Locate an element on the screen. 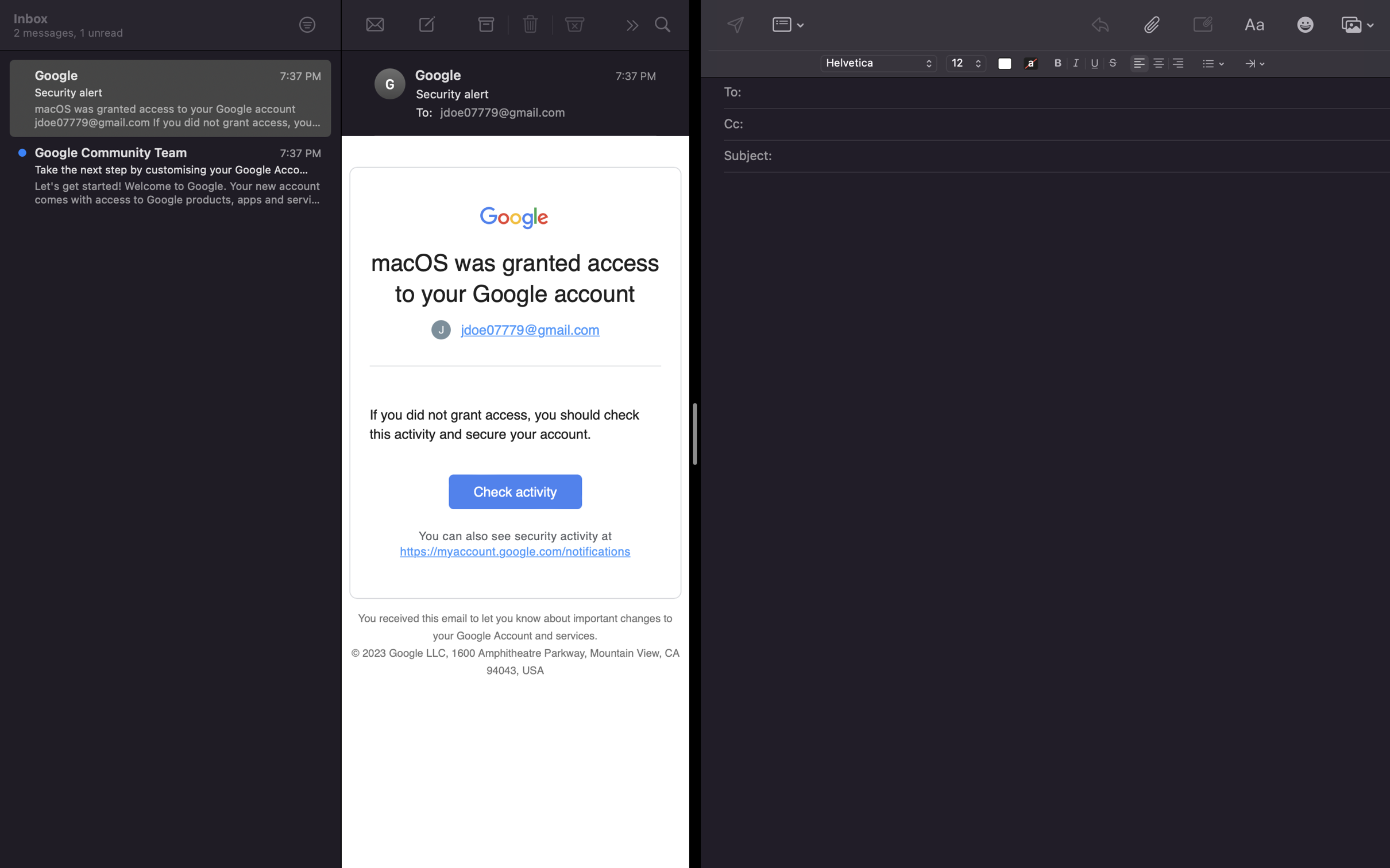 Image resolution: width=1390 pixels, height=868 pixels. Put "john@gmail.com" in the receiving address box for the email is located at coordinates (1065, 93).